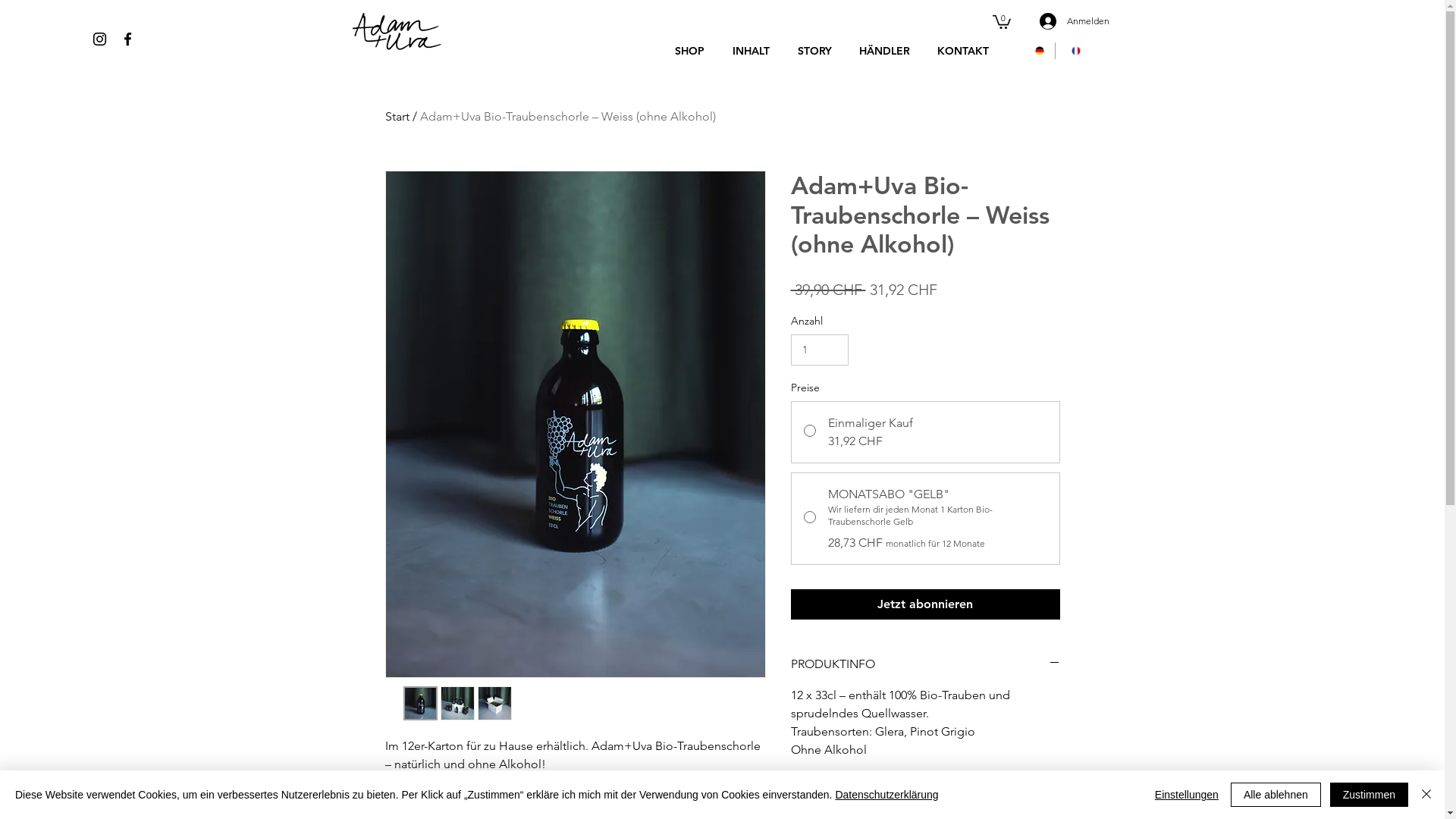  I want to click on 'Anmelden', so click(1058, 20).